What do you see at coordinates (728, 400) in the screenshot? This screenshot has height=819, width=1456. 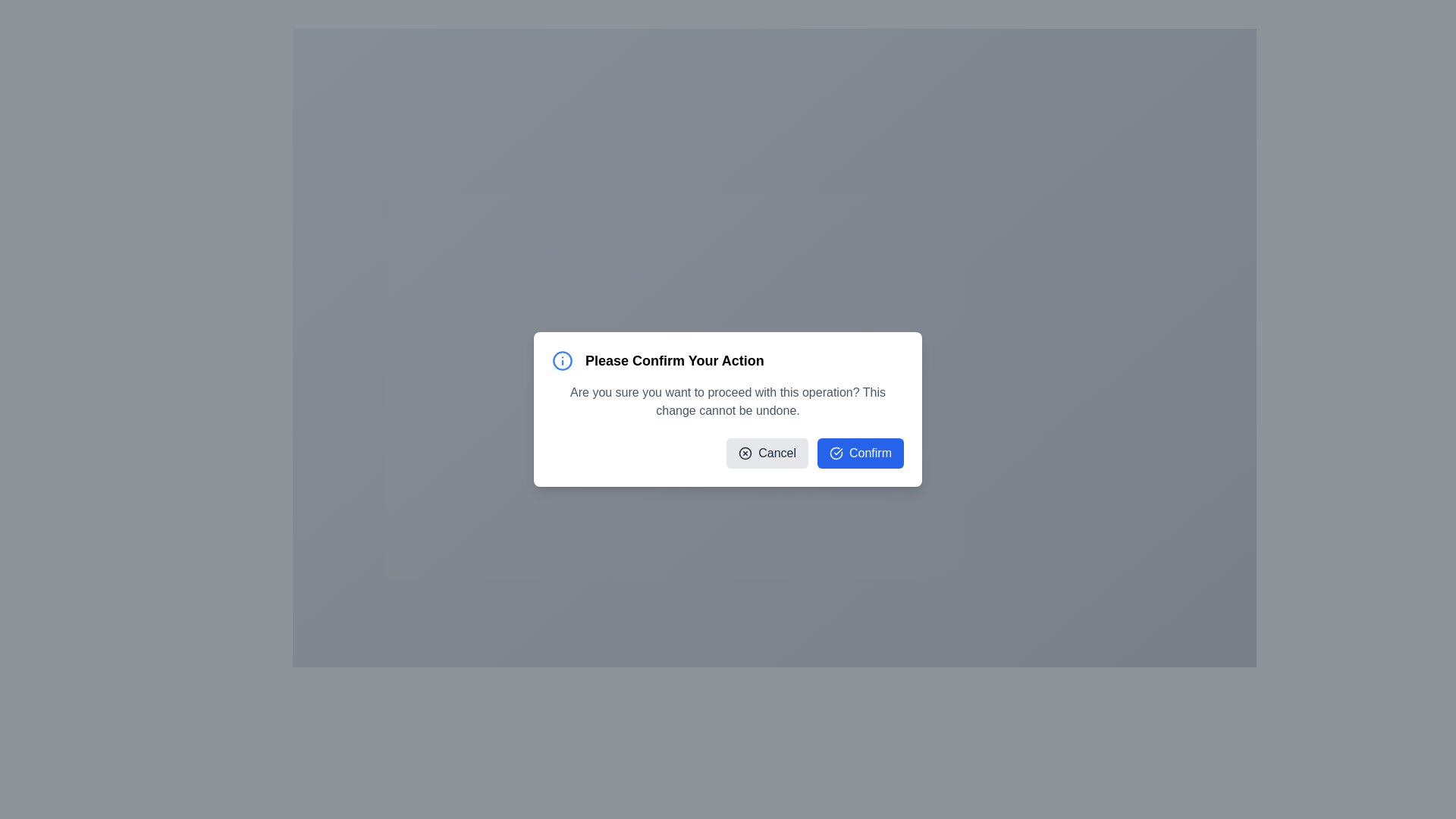 I see `the warning text content in the confirmation dialog box that informs the user about the irreversible nature of the action they are about to confirm` at bounding box center [728, 400].